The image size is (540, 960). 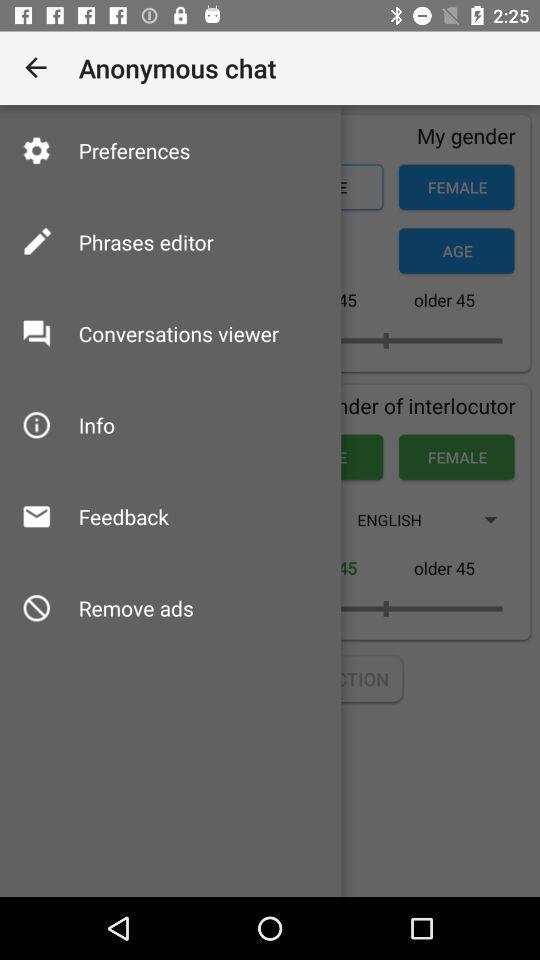 What do you see at coordinates (178, 333) in the screenshot?
I see `the conversations viewer` at bounding box center [178, 333].